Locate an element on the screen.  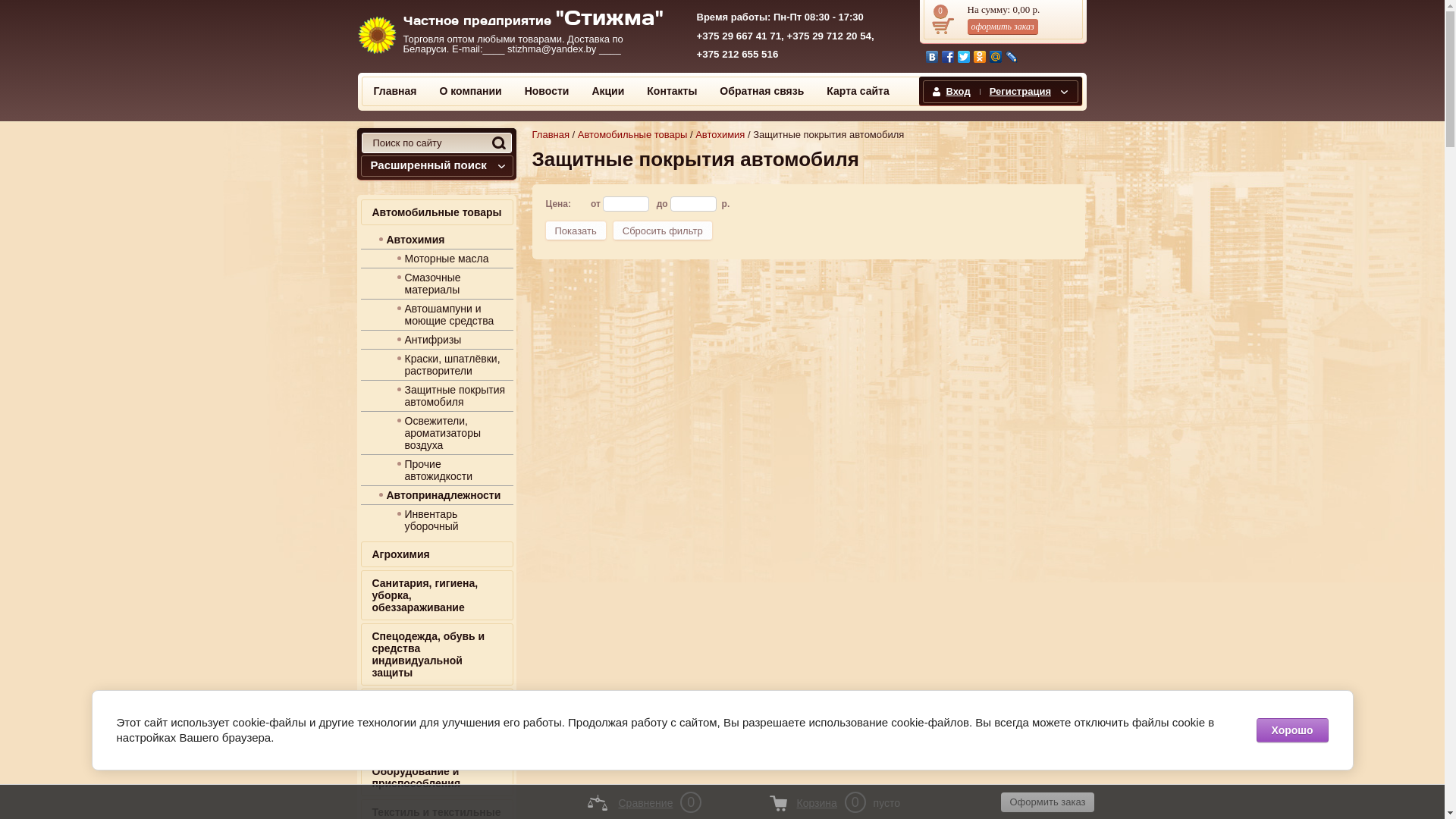
'LiveJournal' is located at coordinates (1012, 55).